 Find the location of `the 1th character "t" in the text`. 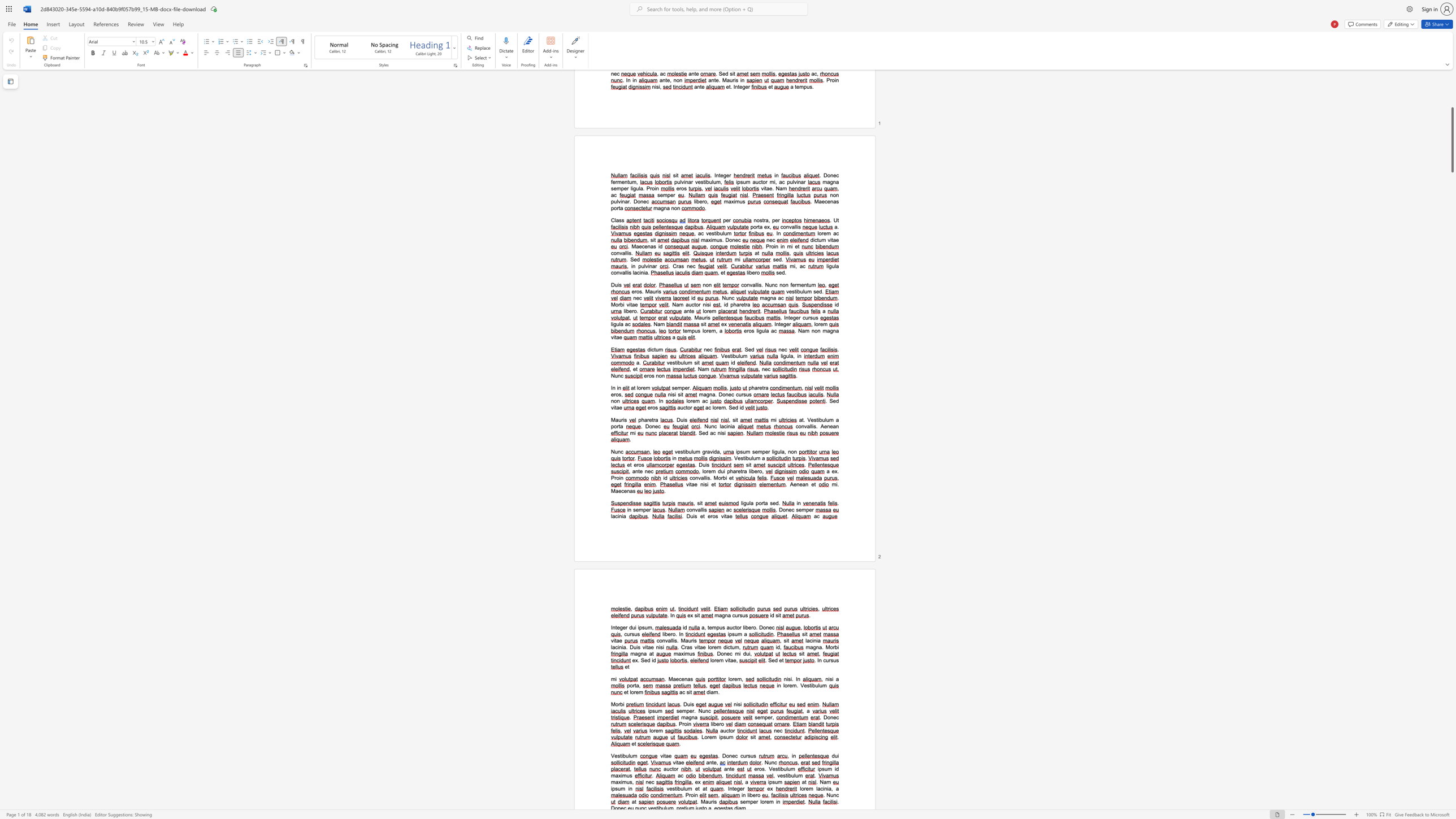

the 1th character "t" in the text is located at coordinates (763, 503).